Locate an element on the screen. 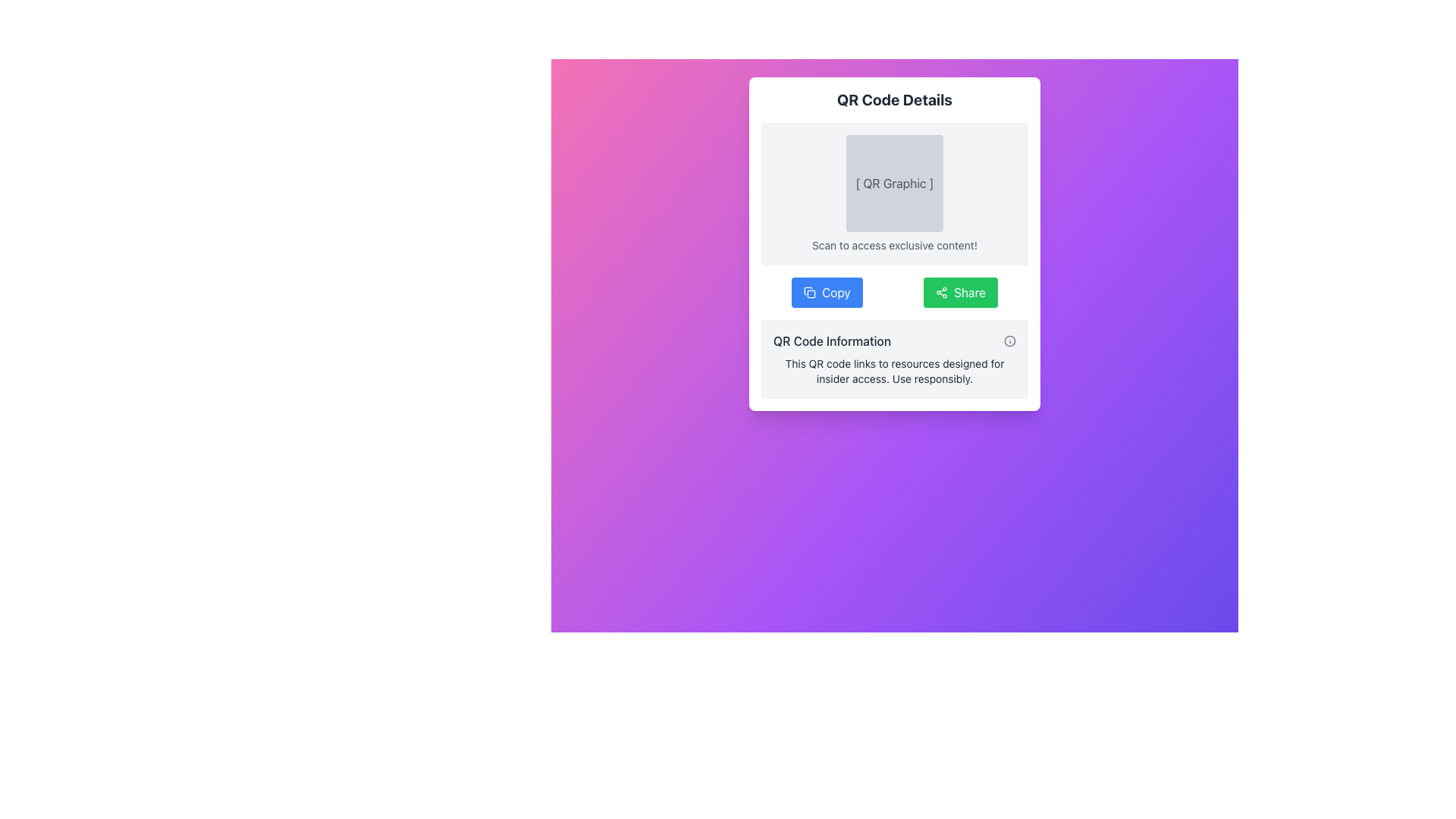  the text label that serves as a descriptive piece of text for the QR graphic, located within the top section of the 'QR Code Details' card is located at coordinates (895, 183).